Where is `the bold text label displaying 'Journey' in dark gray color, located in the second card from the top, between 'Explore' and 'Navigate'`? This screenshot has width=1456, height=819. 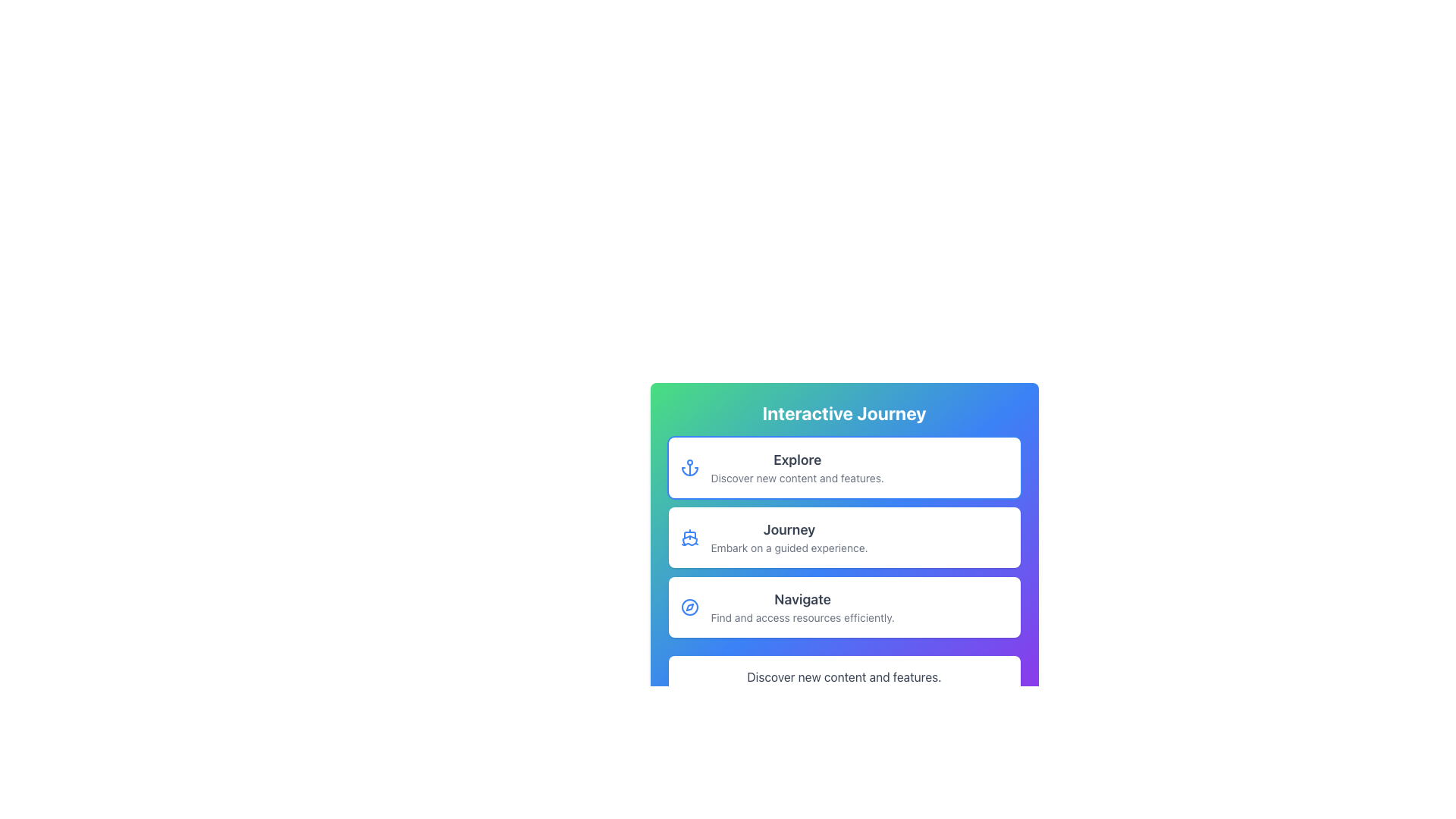
the bold text label displaying 'Journey' in dark gray color, located in the second card from the top, between 'Explore' and 'Navigate' is located at coordinates (789, 529).